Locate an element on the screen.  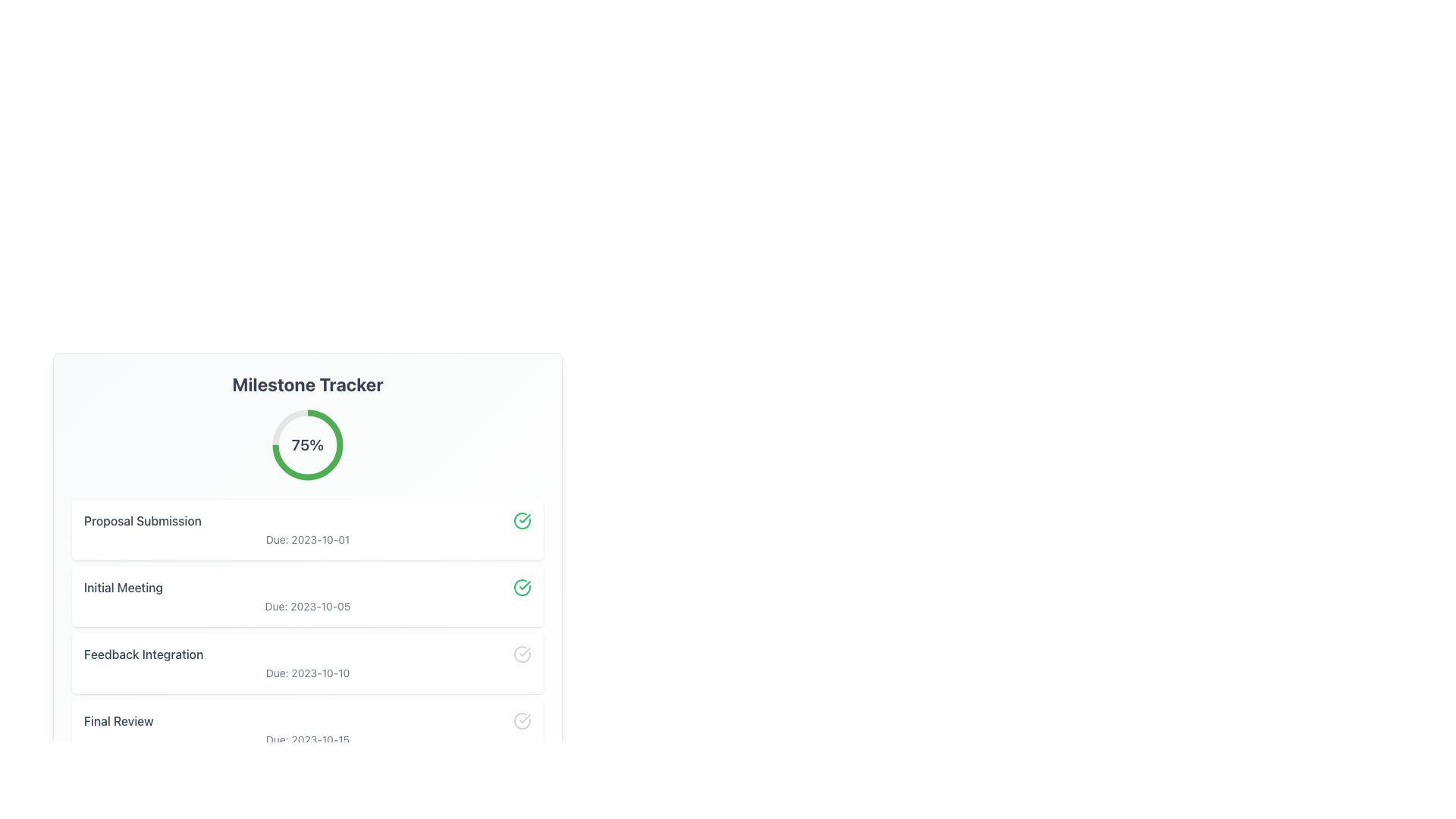
the second milestone entry in the 'Milestone Tracker' section, which displays the milestone's name and due date, located between 'Proposal Submission' and 'Feedback Integration' is located at coordinates (307, 629).